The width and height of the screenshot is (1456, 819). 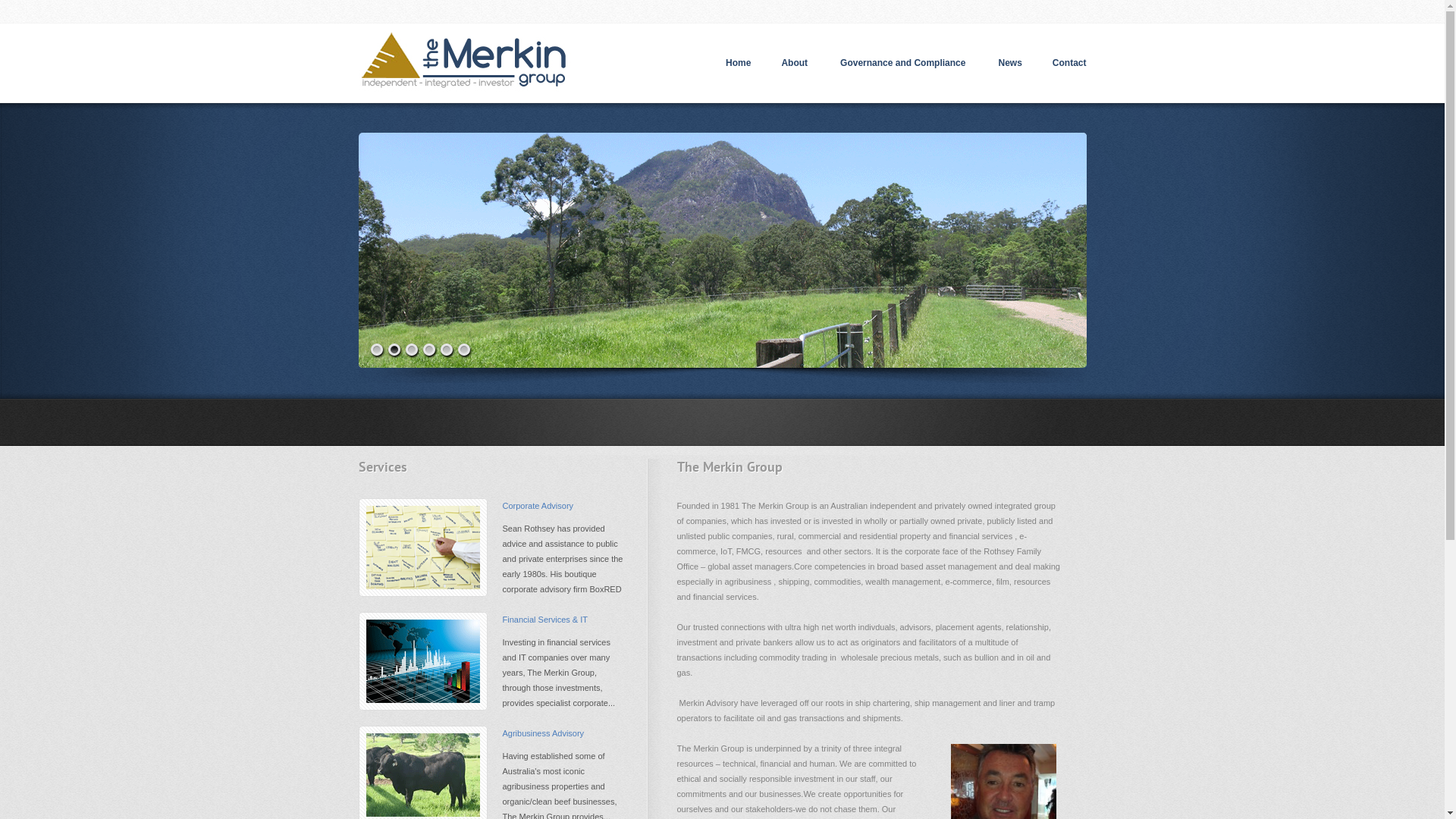 I want to click on '1', so click(x=378, y=351).